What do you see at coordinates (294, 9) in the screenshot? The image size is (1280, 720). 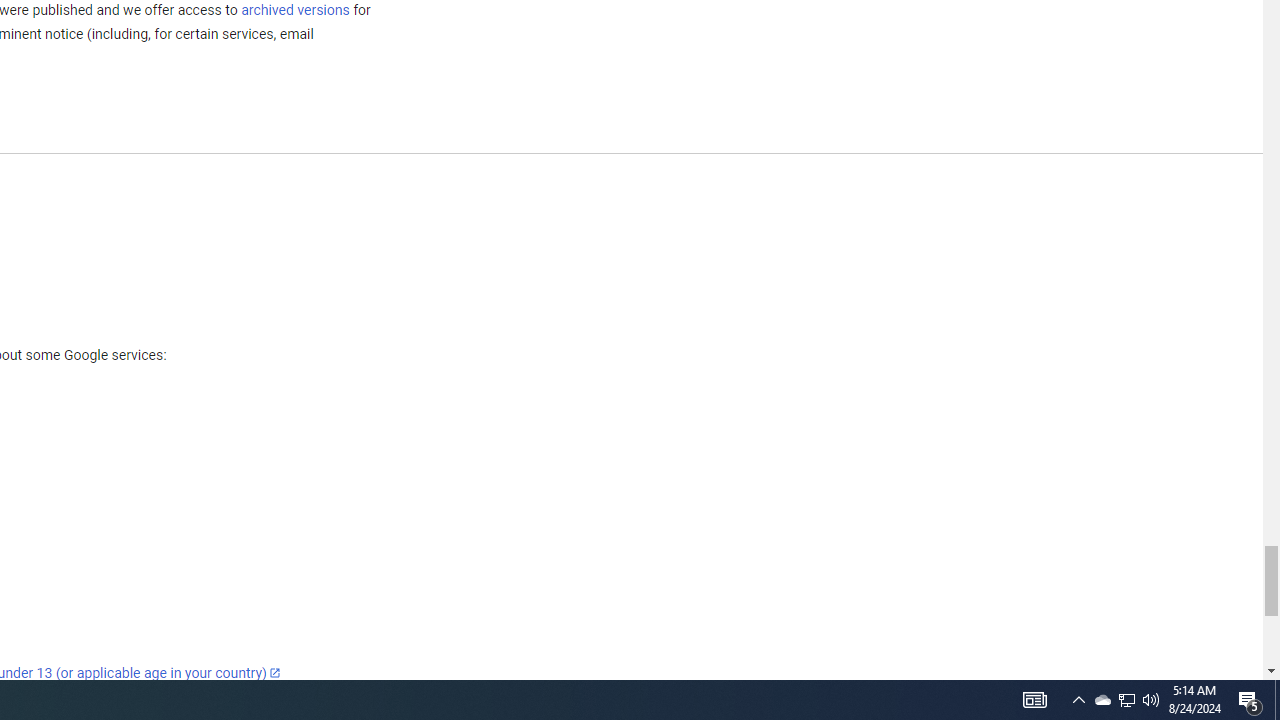 I see `'archived versions'` at bounding box center [294, 9].